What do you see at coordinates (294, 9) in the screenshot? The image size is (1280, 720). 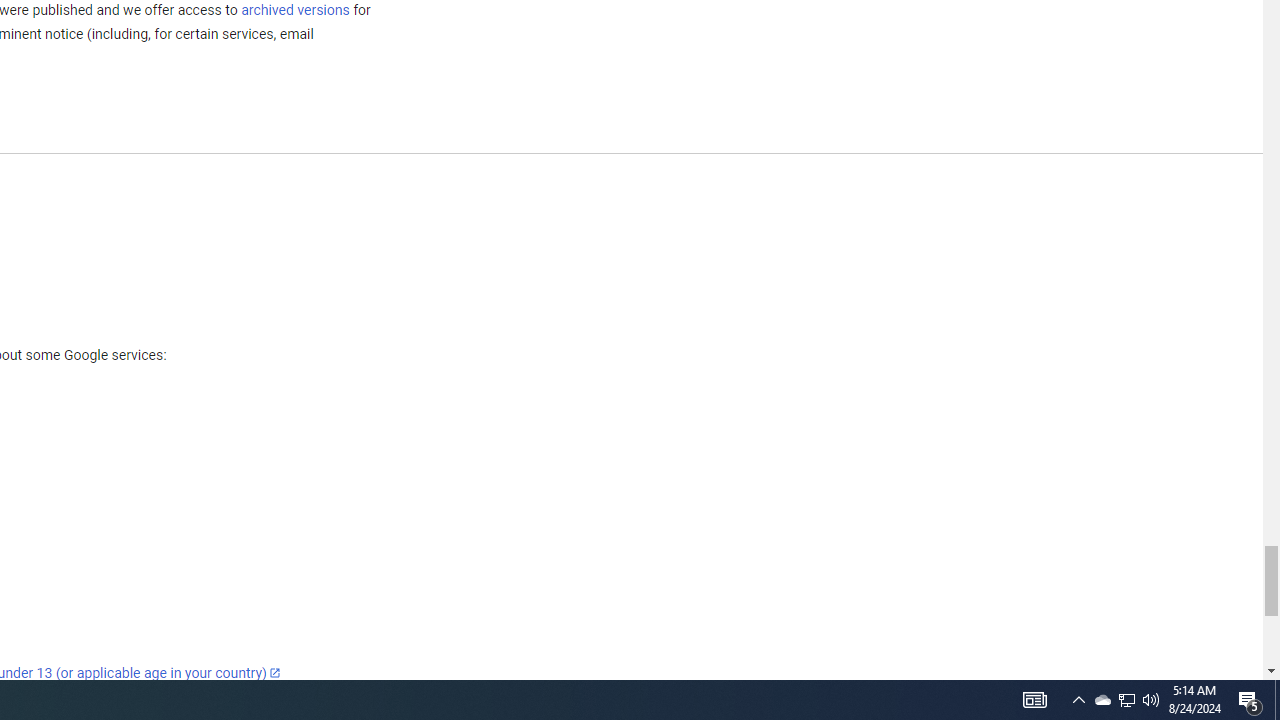 I see `'archived versions'` at bounding box center [294, 9].